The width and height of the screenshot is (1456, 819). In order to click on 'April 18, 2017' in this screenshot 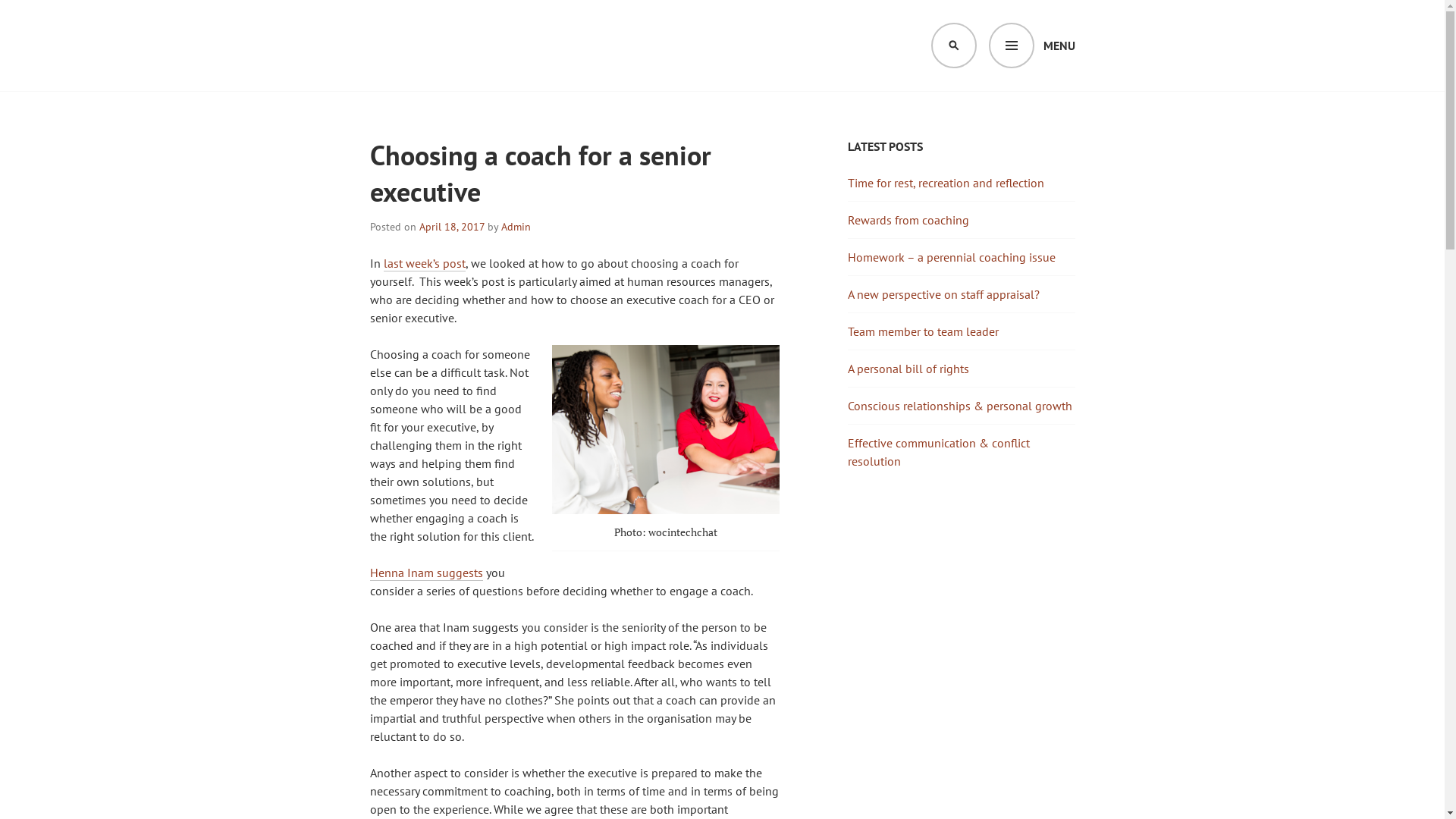, I will do `click(419, 227)`.